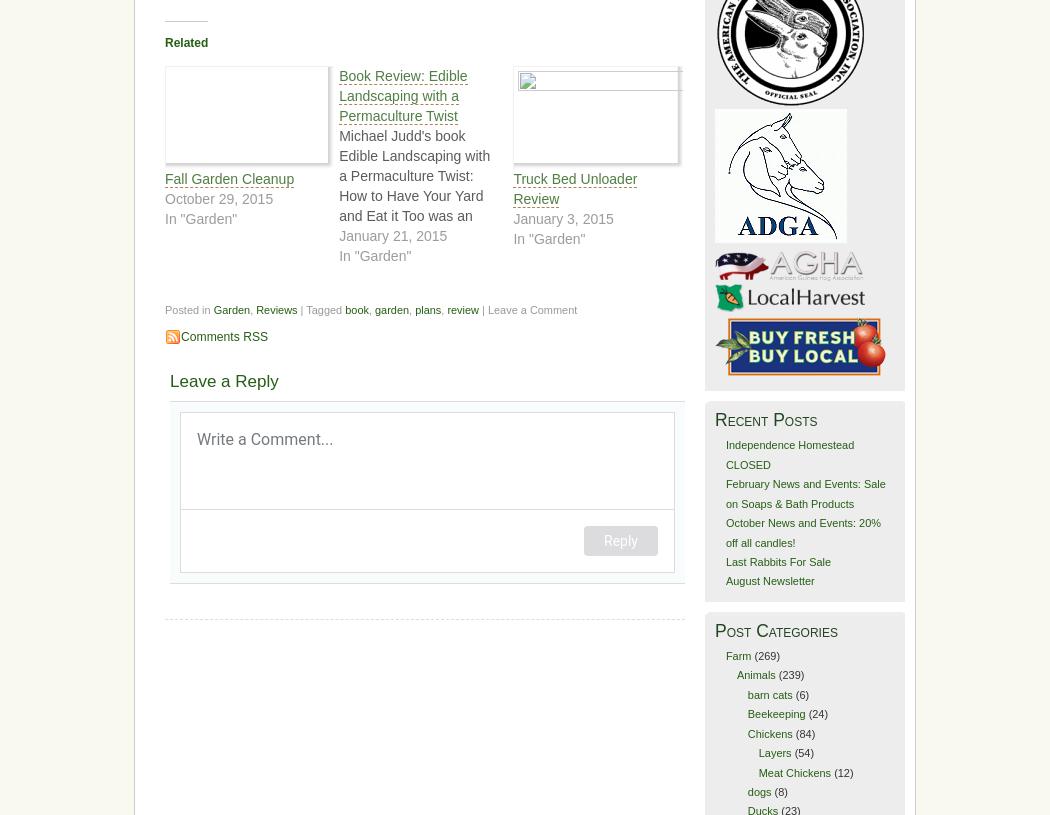  What do you see at coordinates (793, 771) in the screenshot?
I see `'Meat Chickens'` at bounding box center [793, 771].